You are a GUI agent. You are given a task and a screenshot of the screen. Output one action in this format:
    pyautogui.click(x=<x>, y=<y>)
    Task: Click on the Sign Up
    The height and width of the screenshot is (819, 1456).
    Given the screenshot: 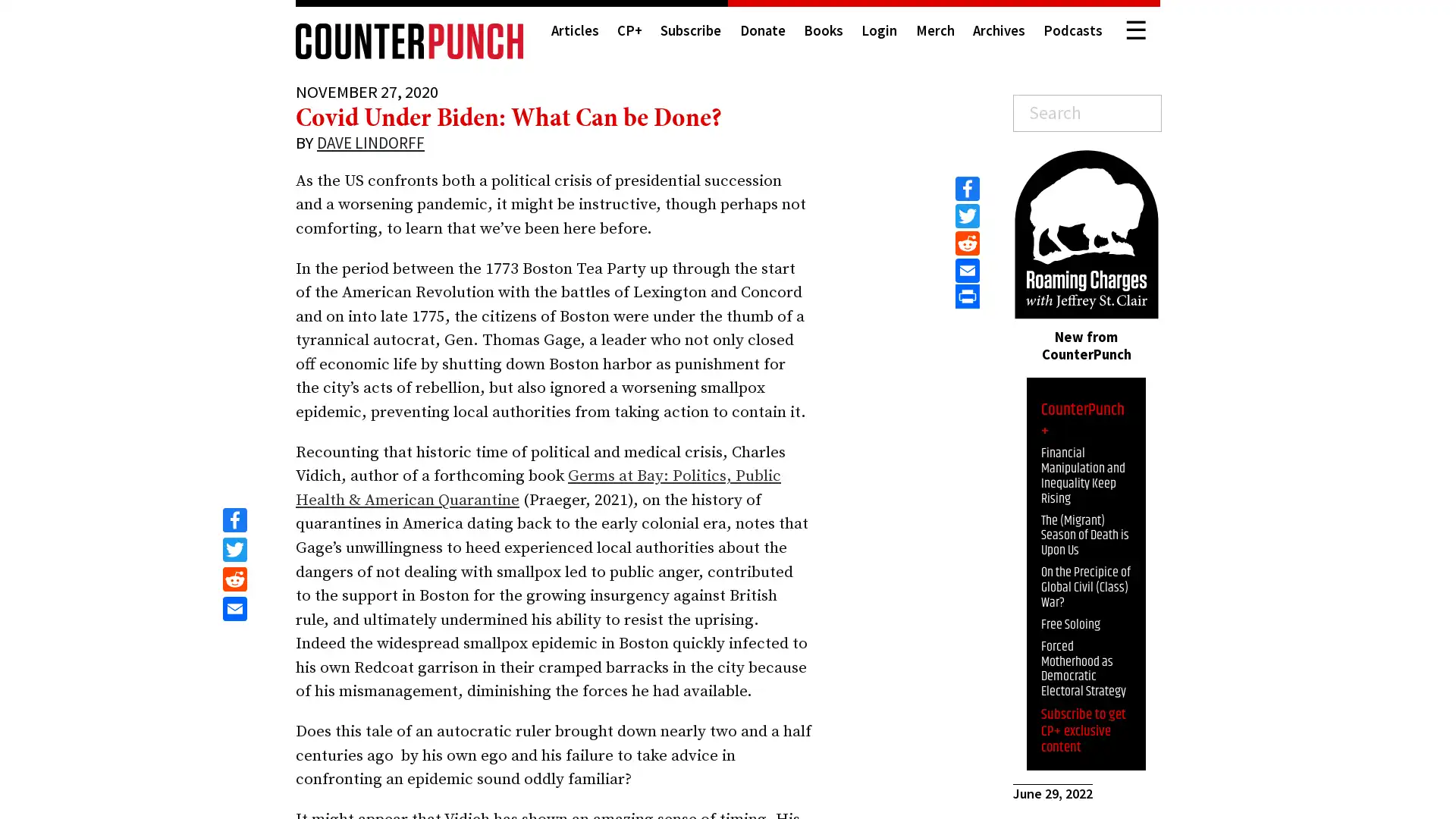 What is the action you would take?
    pyautogui.click(x=1326, y=786)
    